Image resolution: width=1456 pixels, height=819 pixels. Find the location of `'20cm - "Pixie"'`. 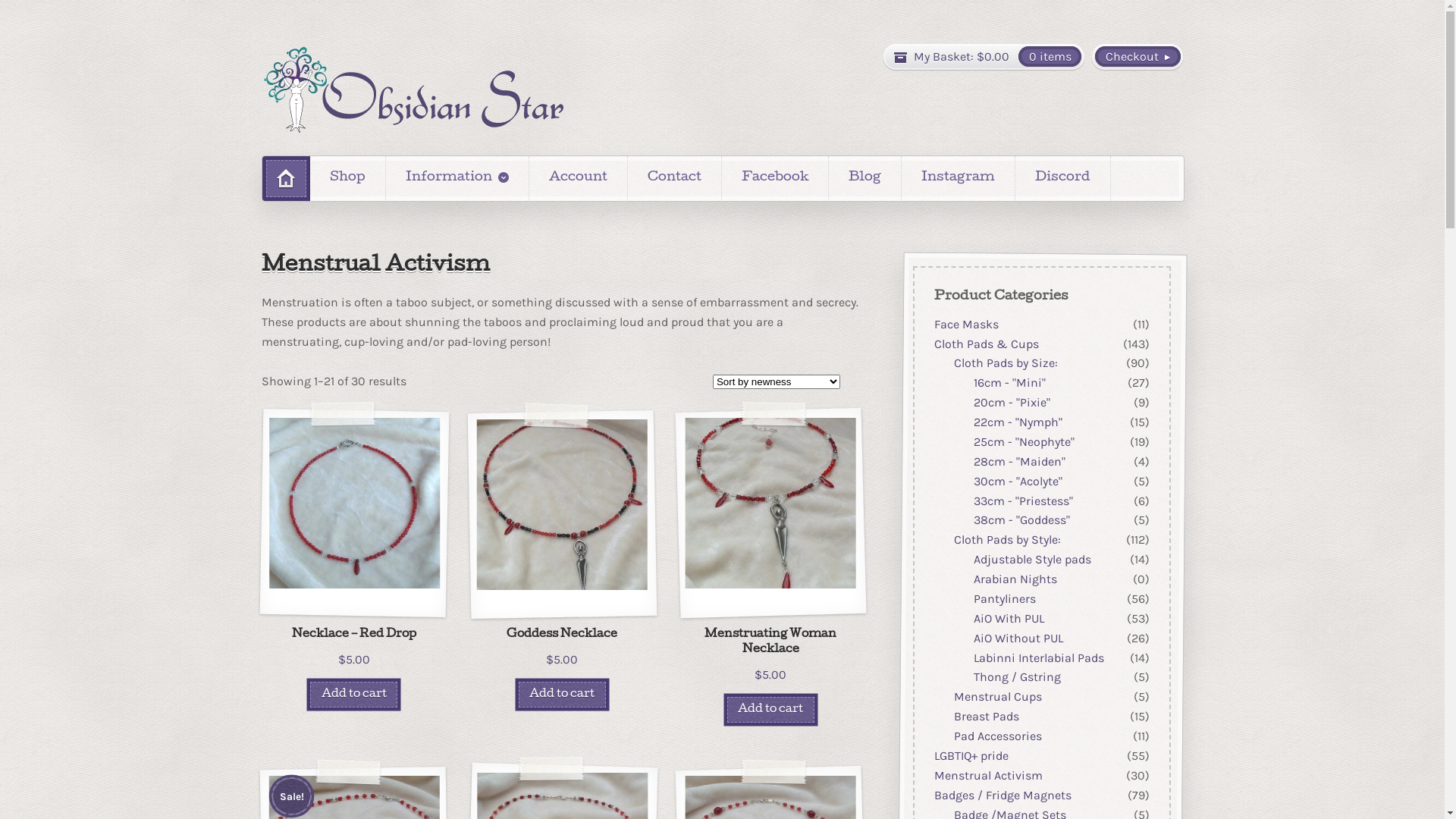

'20cm - "Pixie"' is located at coordinates (972, 401).